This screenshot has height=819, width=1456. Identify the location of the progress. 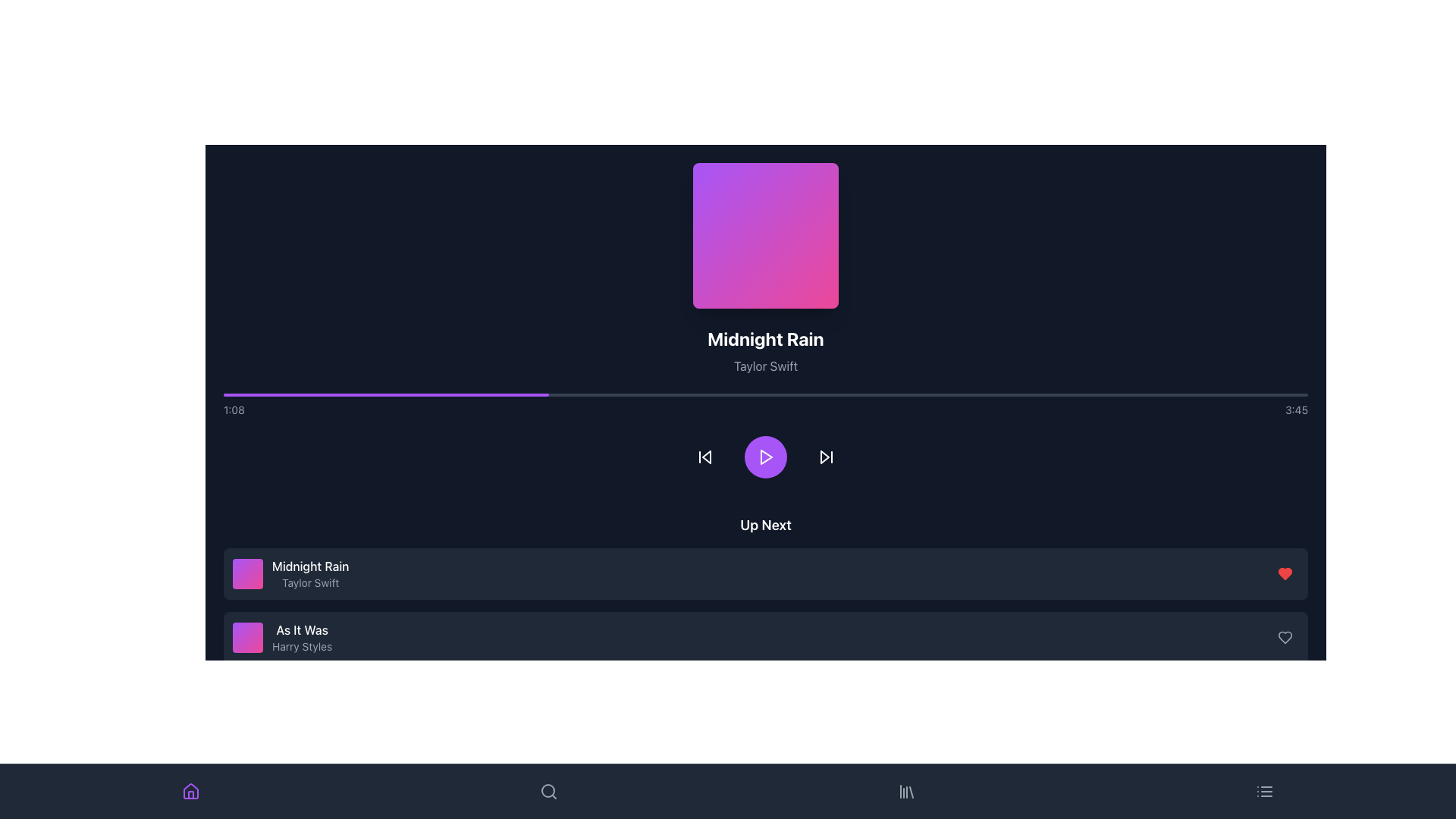
(917, 394).